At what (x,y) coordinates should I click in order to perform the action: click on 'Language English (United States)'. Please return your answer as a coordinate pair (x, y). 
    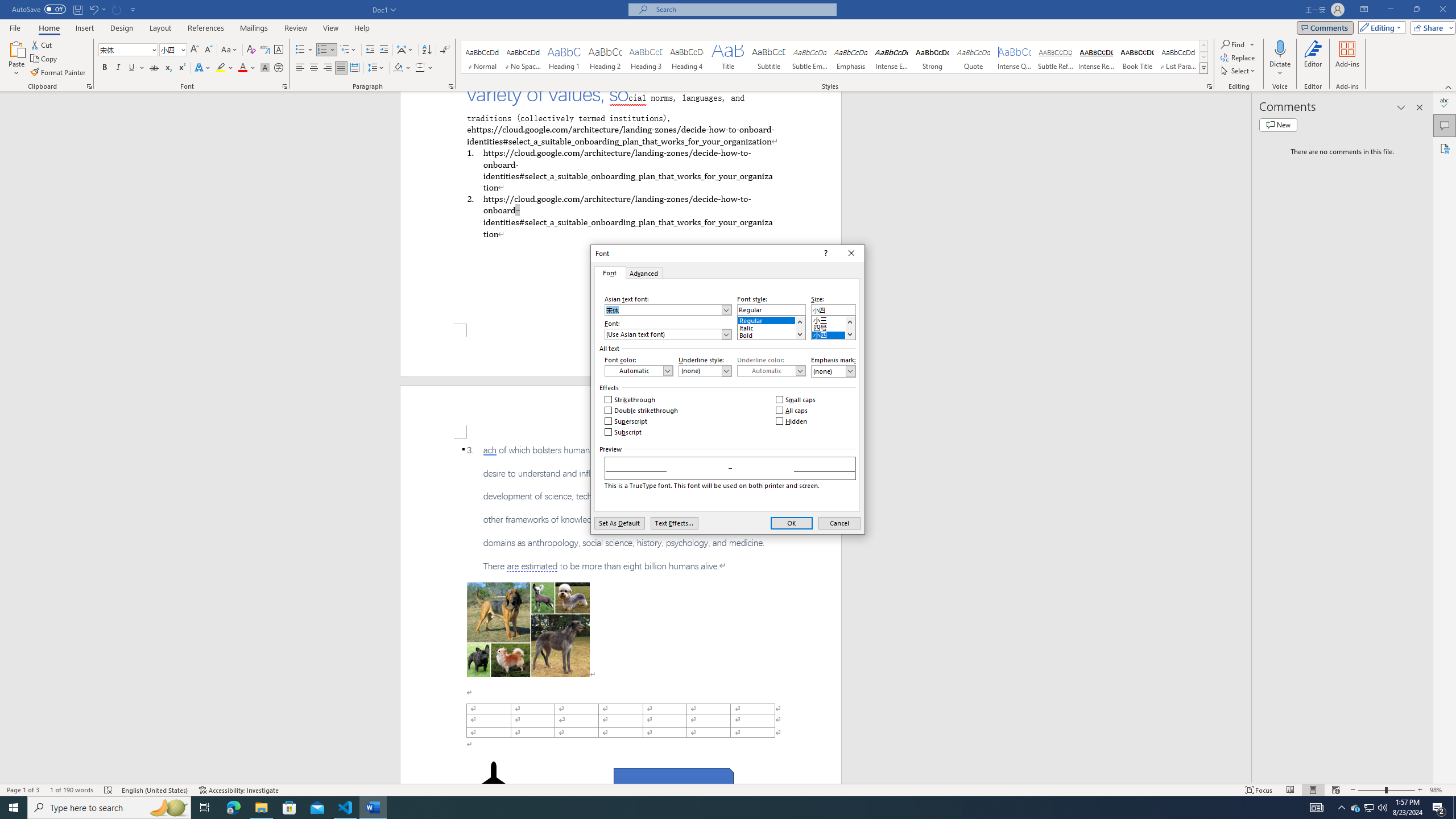
    Looking at the image, I should click on (155, 790).